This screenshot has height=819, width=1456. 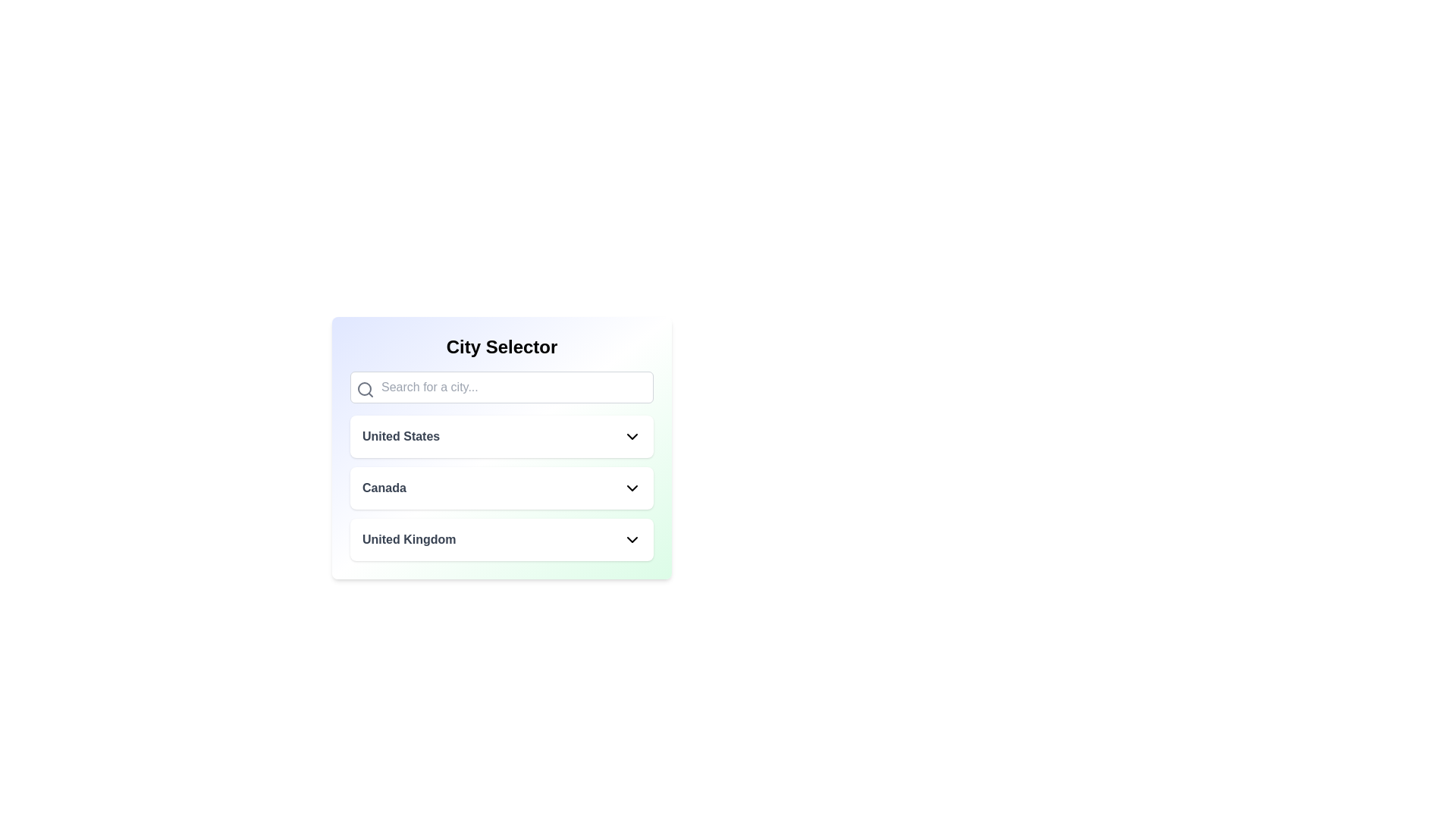 I want to click on the circular shape inside the magnifying glass icon located in the 'City Selector' module, so click(x=364, y=388).